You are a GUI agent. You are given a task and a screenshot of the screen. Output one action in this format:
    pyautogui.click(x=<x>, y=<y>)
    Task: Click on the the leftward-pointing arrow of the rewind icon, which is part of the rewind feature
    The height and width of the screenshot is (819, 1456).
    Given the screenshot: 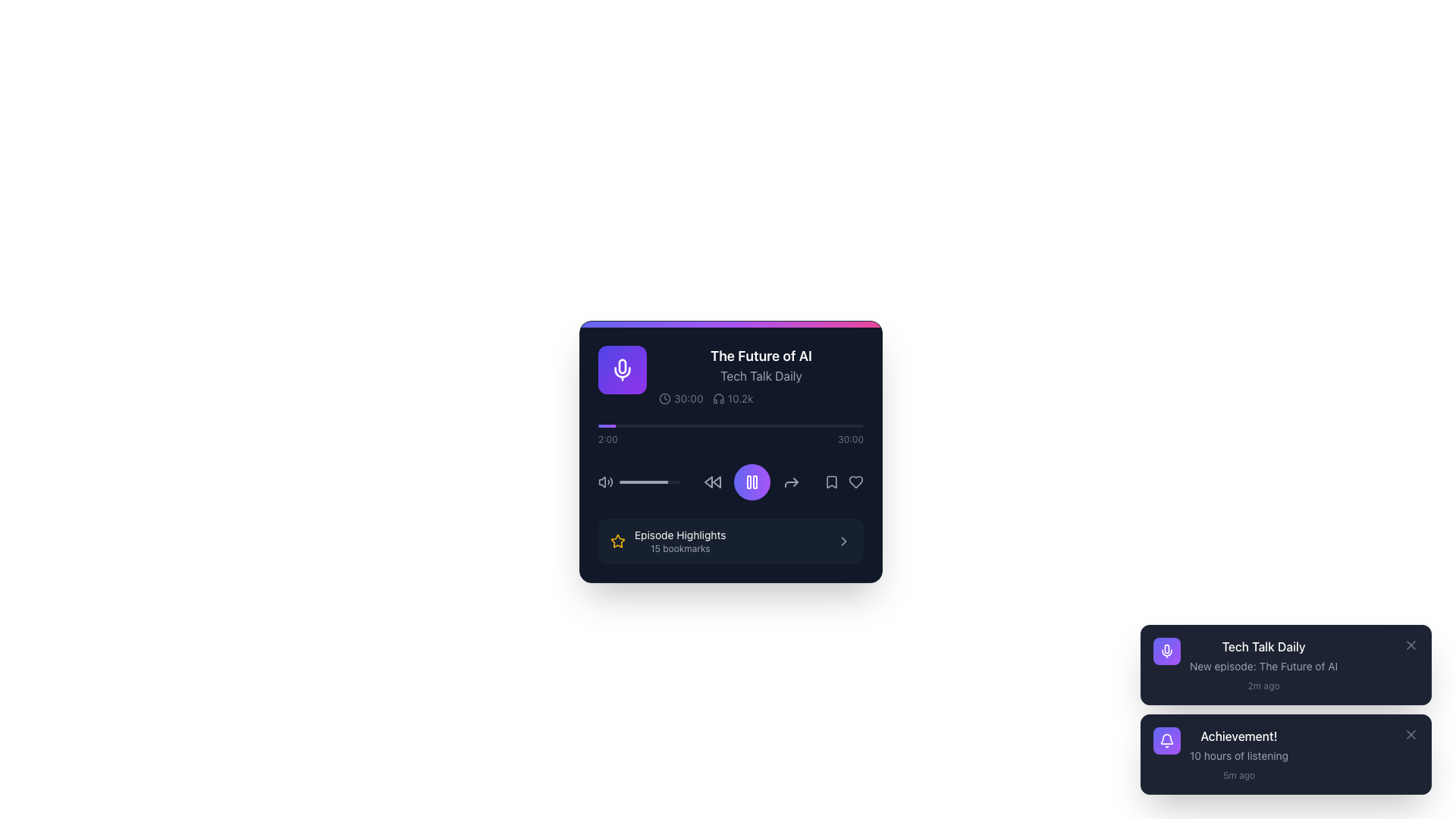 What is the action you would take?
    pyautogui.click(x=708, y=482)
    